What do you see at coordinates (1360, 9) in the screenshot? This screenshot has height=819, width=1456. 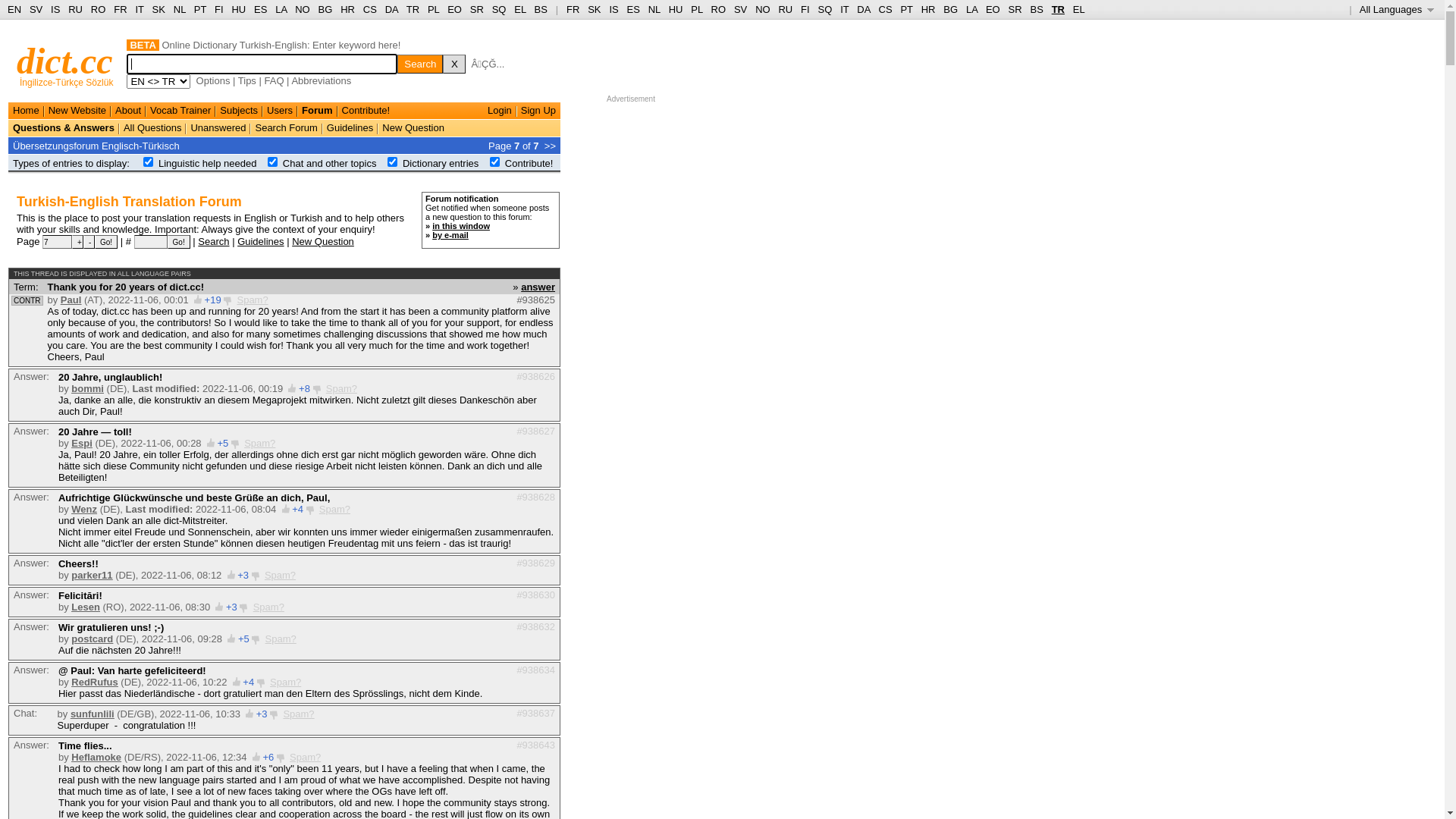 I see `'All Languages '` at bounding box center [1360, 9].